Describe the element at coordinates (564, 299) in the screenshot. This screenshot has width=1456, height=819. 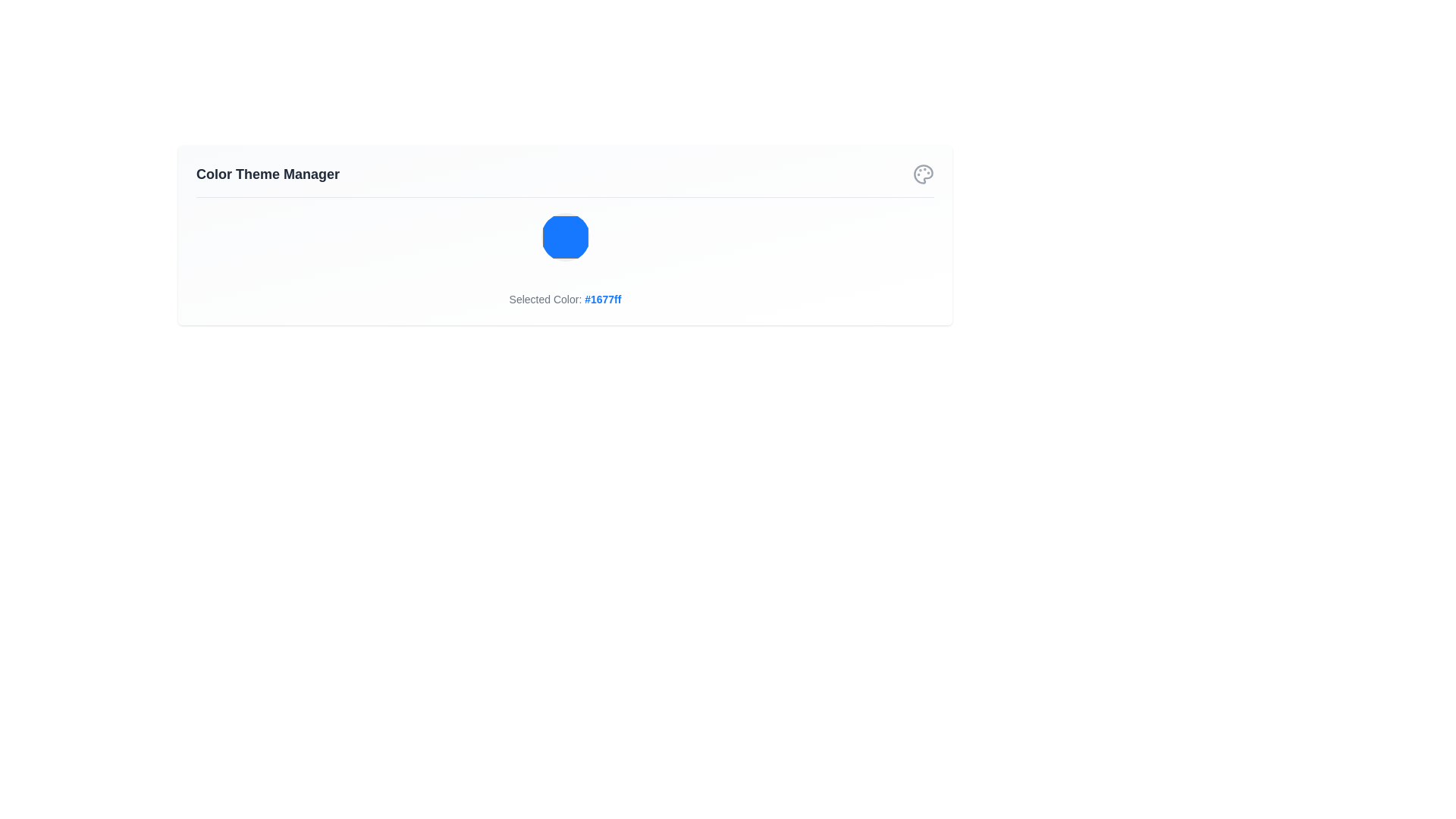
I see `hexadecimal color value displayed in the text label located at the bottom of the 'Color Theme Manager' card, which is positioned directly below the blue color indicator circle` at that location.